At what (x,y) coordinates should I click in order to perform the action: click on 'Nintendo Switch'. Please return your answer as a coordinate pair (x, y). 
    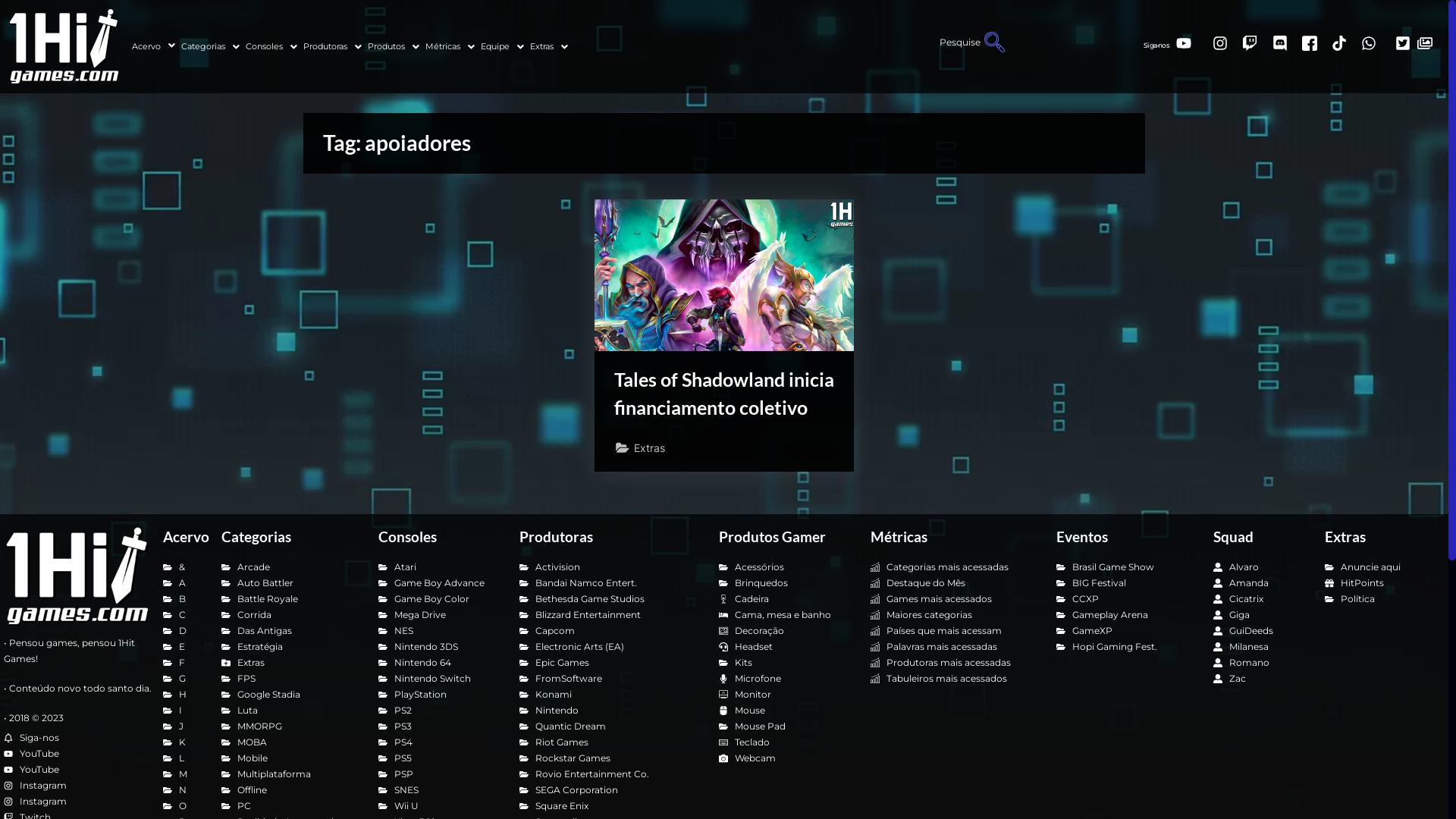
    Looking at the image, I should click on (378, 677).